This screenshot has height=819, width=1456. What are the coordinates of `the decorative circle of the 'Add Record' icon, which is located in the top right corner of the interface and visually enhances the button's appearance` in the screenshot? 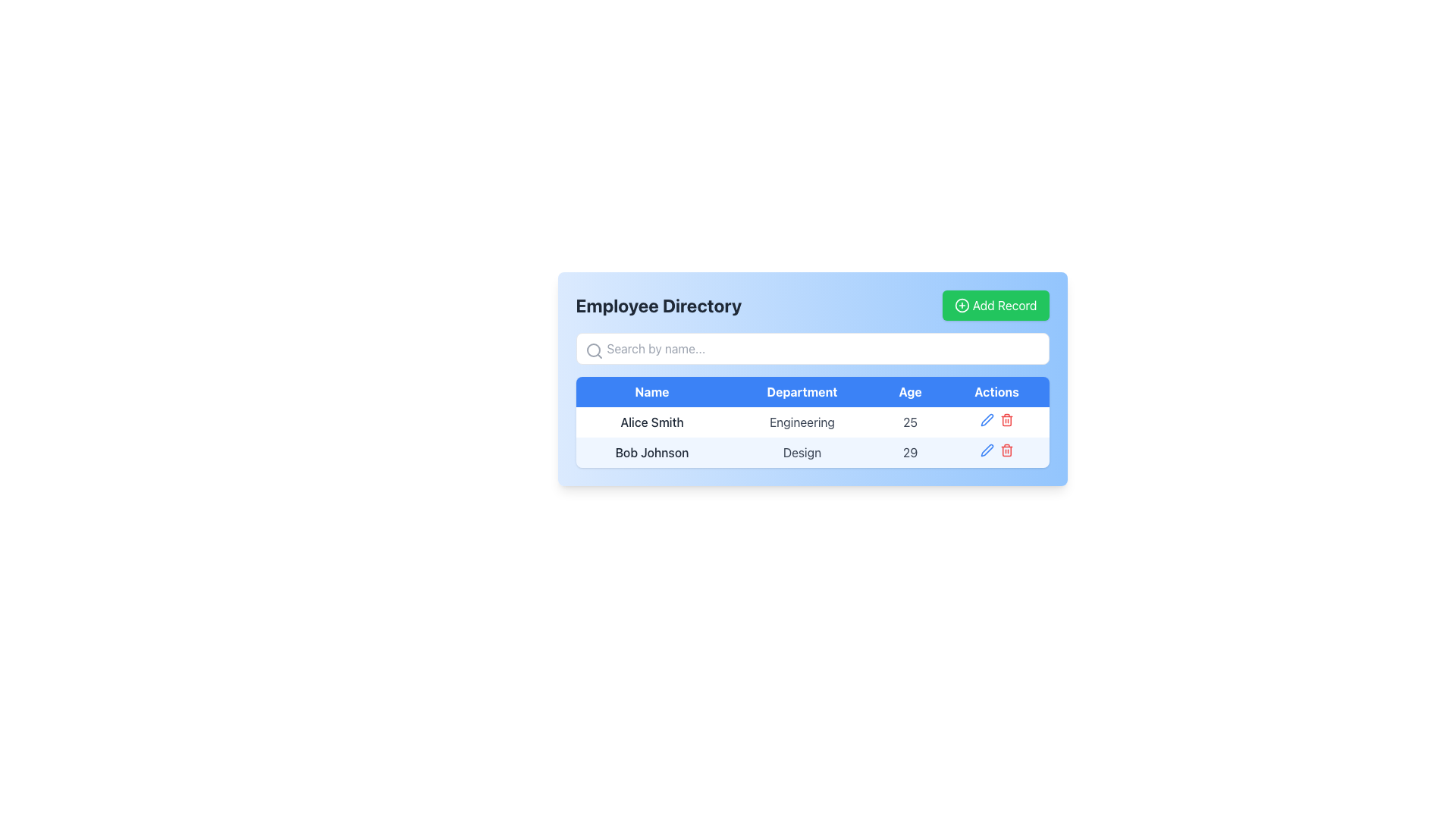 It's located at (961, 305).